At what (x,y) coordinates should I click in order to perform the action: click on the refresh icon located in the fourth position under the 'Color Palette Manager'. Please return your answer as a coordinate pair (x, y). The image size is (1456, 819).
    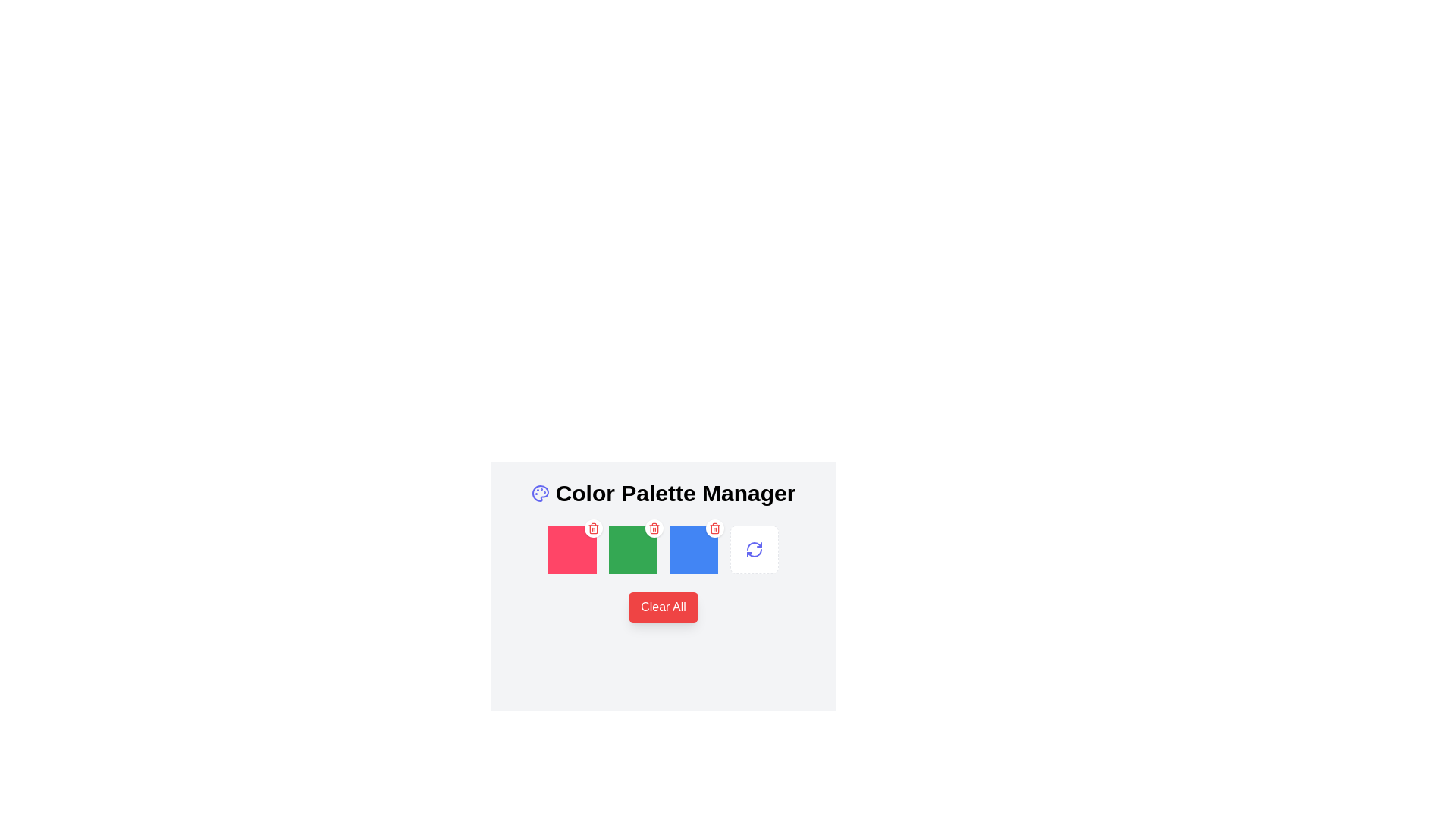
    Looking at the image, I should click on (754, 550).